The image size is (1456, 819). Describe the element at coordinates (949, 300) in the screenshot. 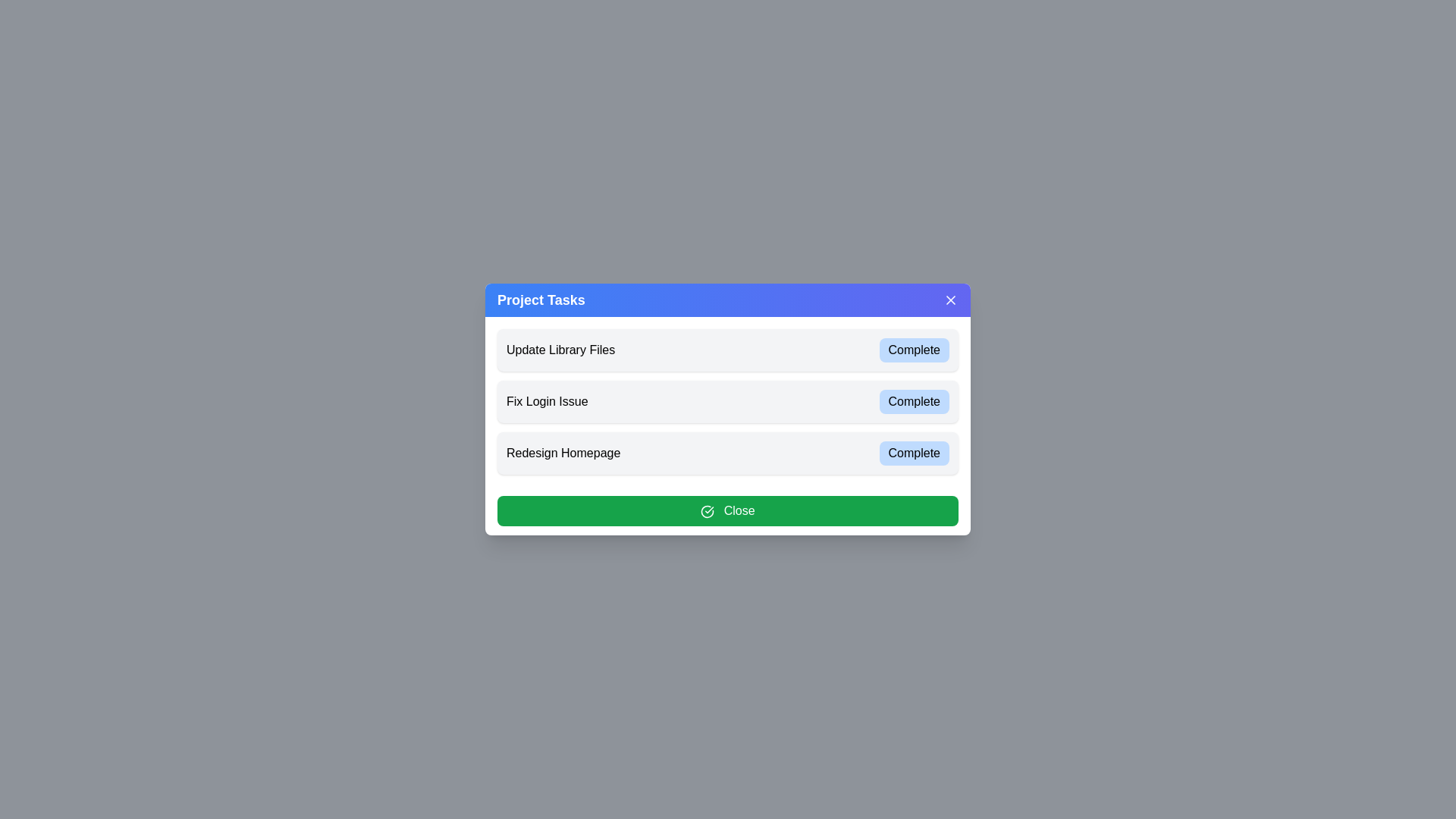

I see `the close button depicted as an 'X' icon located in the top-right corner of the modal's header` at that location.